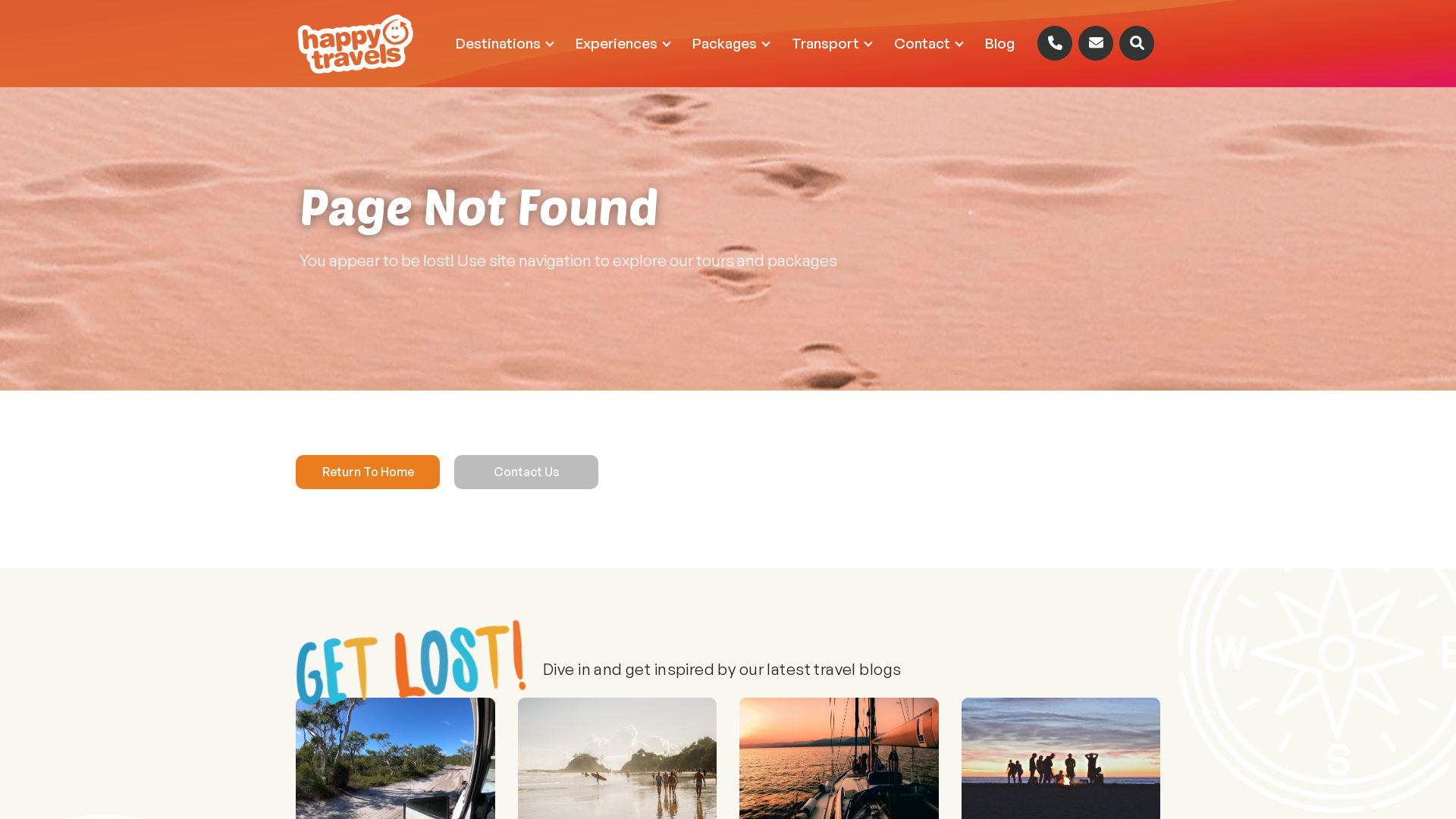  What do you see at coordinates (927, 42) in the screenshot?
I see `'Contact'` at bounding box center [927, 42].